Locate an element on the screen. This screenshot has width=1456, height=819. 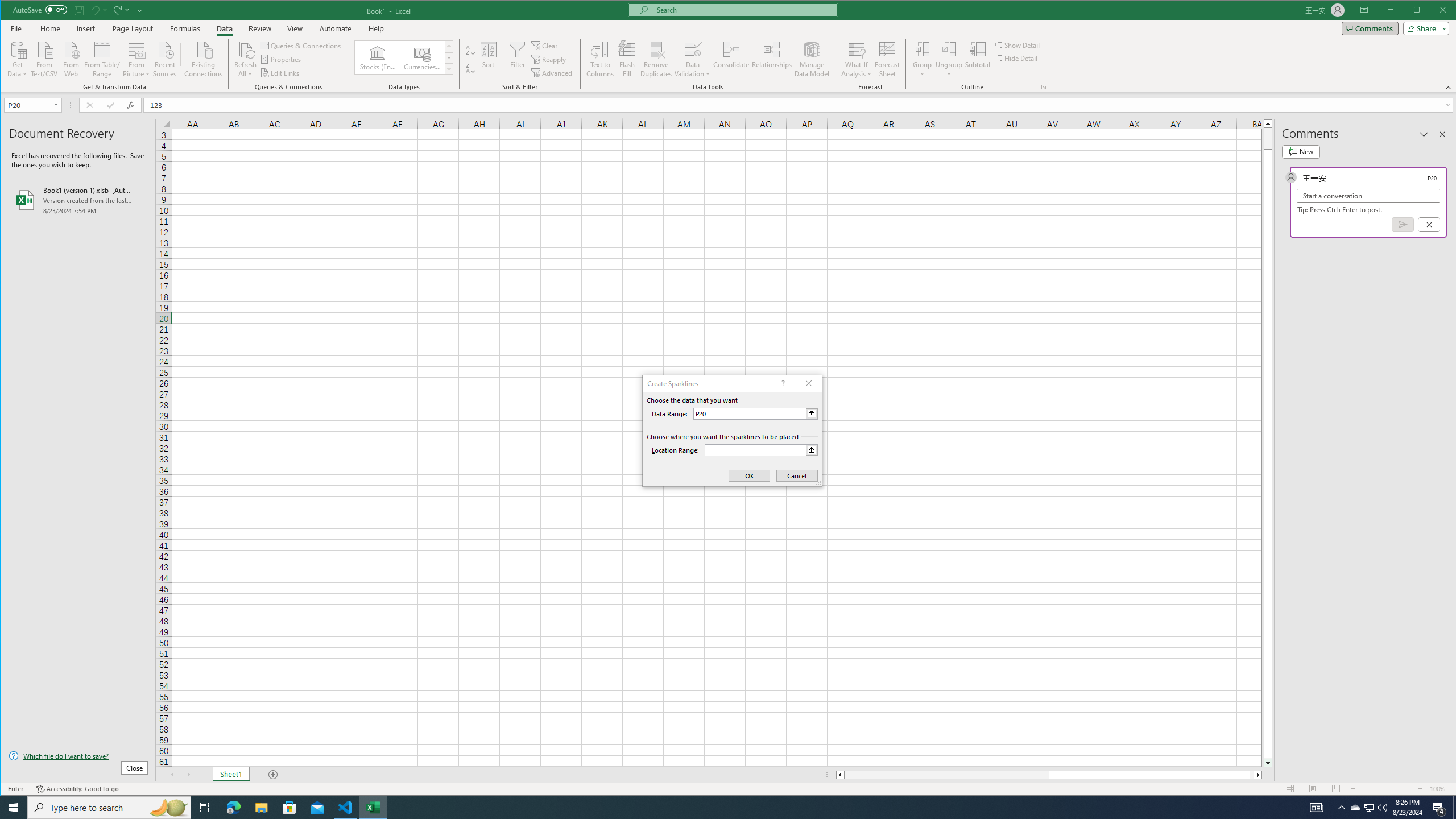
'Filter' is located at coordinates (517, 59).